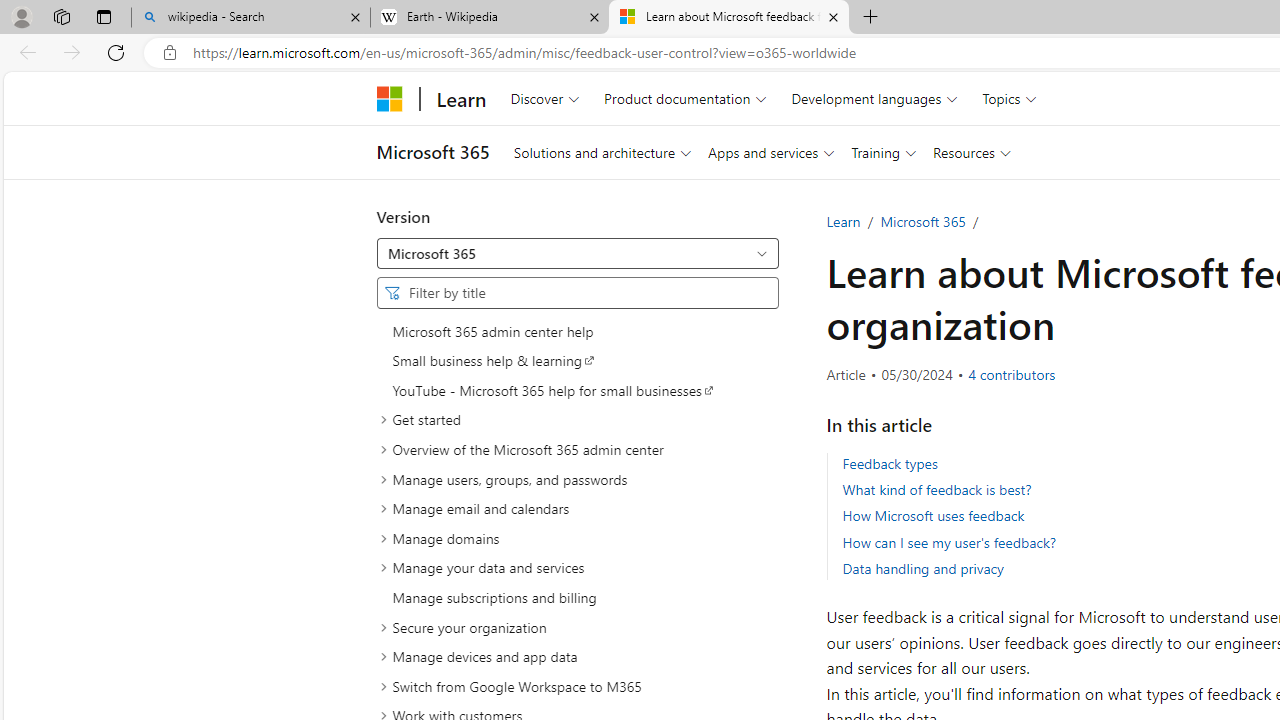  Describe the element at coordinates (114, 51) in the screenshot. I see `'Refresh'` at that location.